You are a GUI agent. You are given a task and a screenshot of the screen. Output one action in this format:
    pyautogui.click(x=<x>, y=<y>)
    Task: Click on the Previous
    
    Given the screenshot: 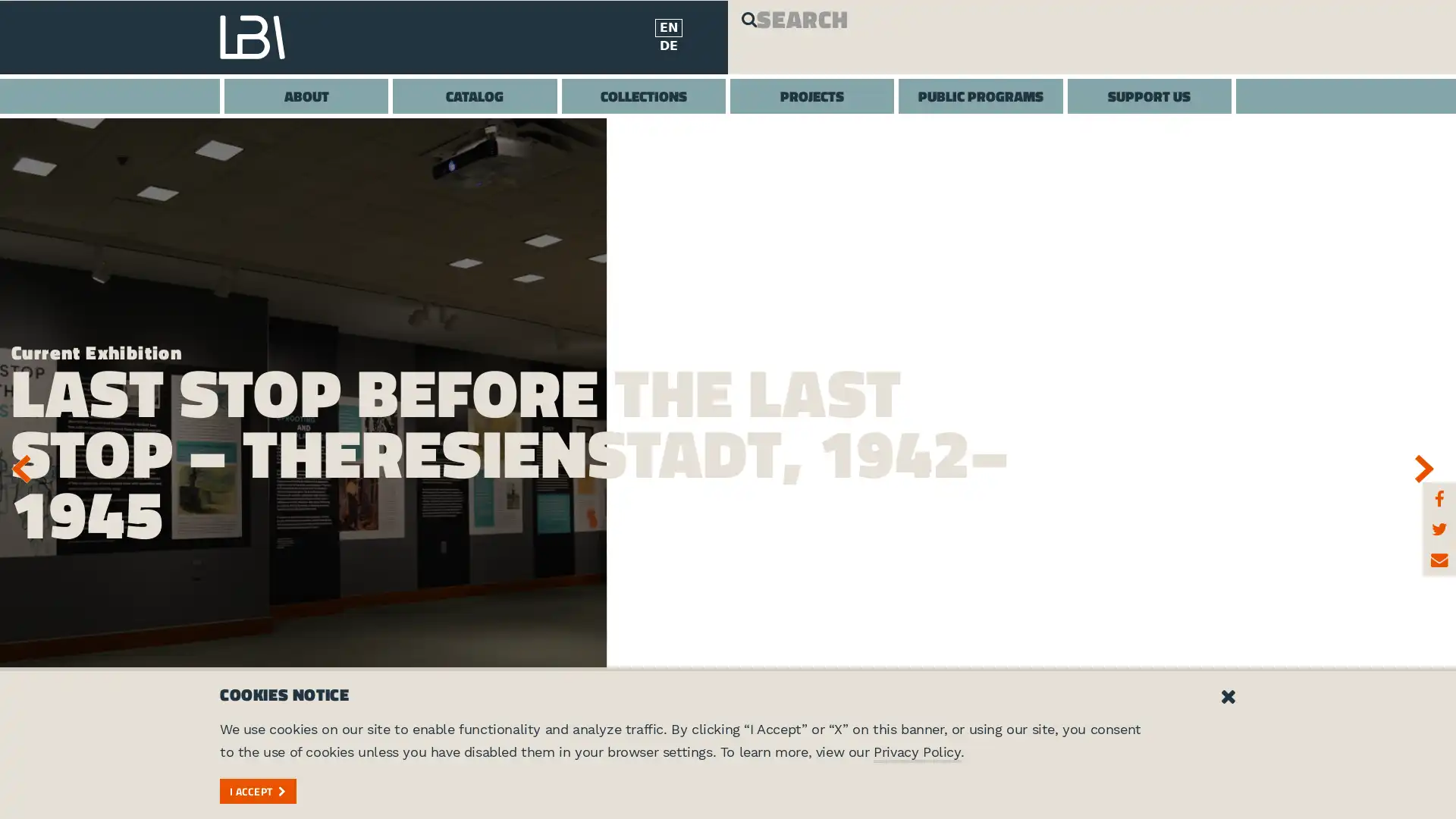 What is the action you would take?
    pyautogui.click(x=26, y=467)
    